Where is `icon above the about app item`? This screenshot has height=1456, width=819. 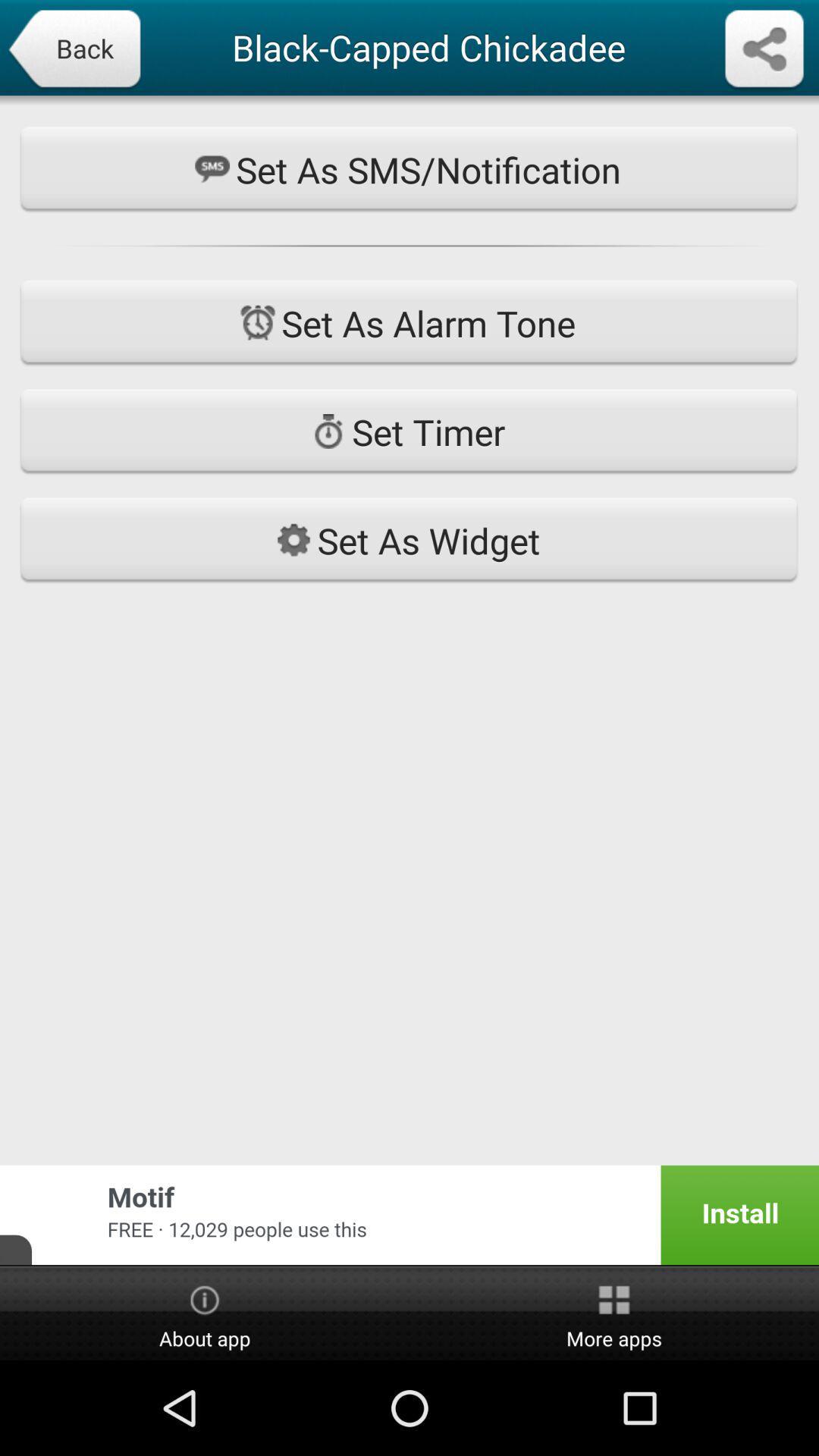
icon above the about app item is located at coordinates (409, 1215).